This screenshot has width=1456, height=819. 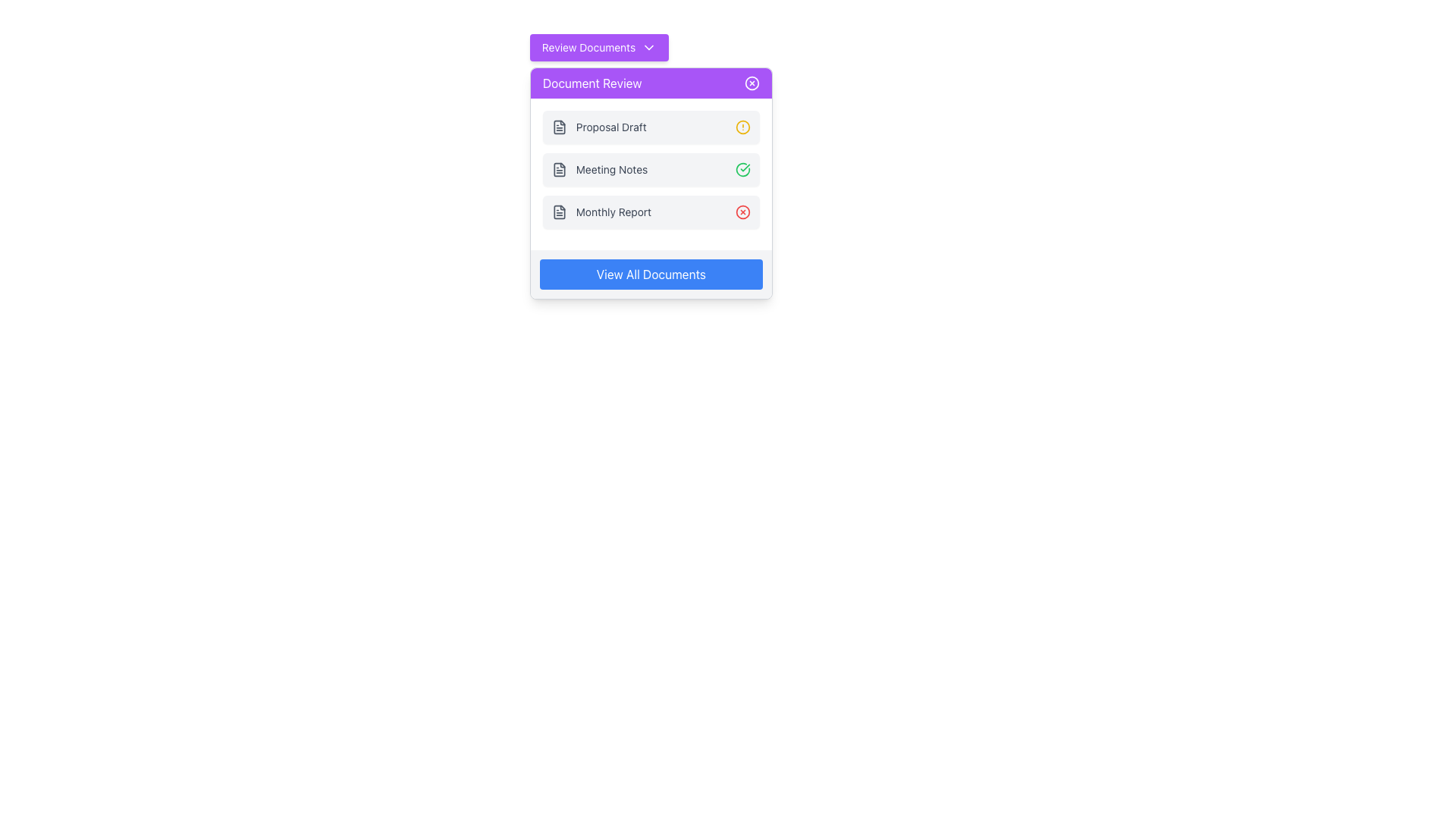 What do you see at coordinates (651, 169) in the screenshot?
I see `the second item` at bounding box center [651, 169].